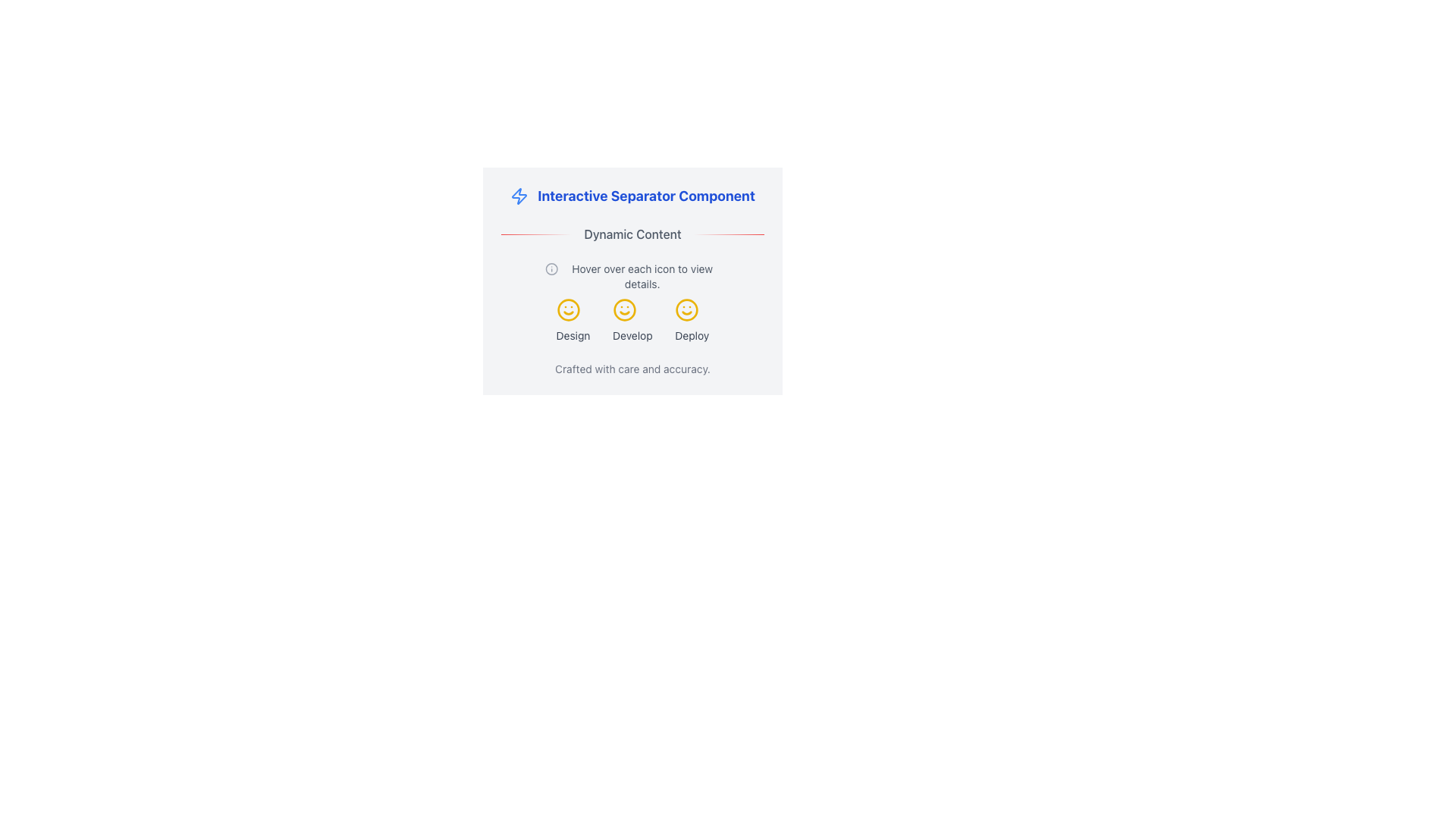 This screenshot has width=1456, height=819. I want to click on the informational label located below the 'Dynamic Content' header and within the 'Interactive Separator Component', so click(632, 277).